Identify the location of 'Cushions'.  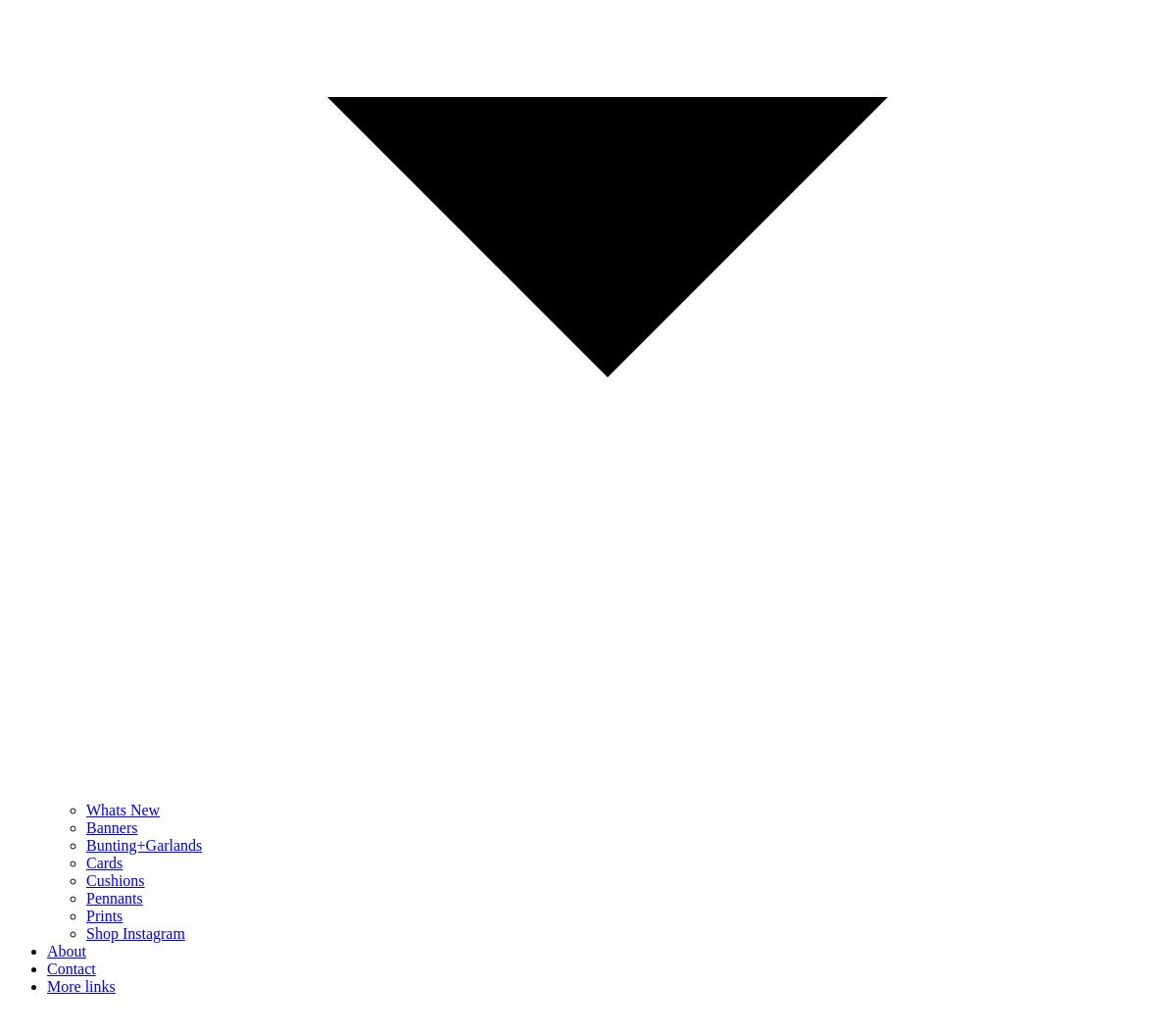
(115, 879).